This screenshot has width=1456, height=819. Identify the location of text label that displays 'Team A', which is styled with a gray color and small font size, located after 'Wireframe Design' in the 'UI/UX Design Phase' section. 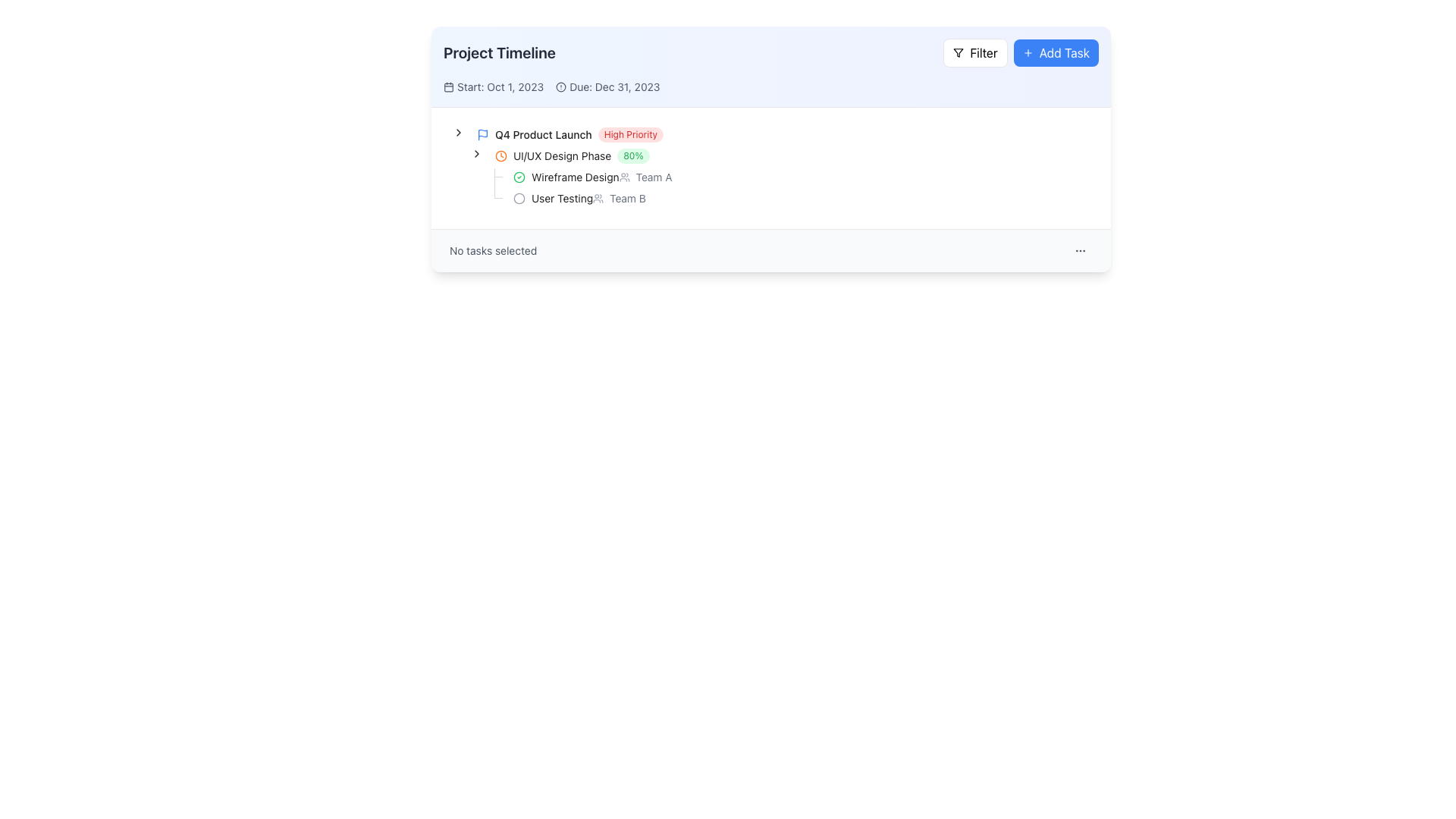
(654, 177).